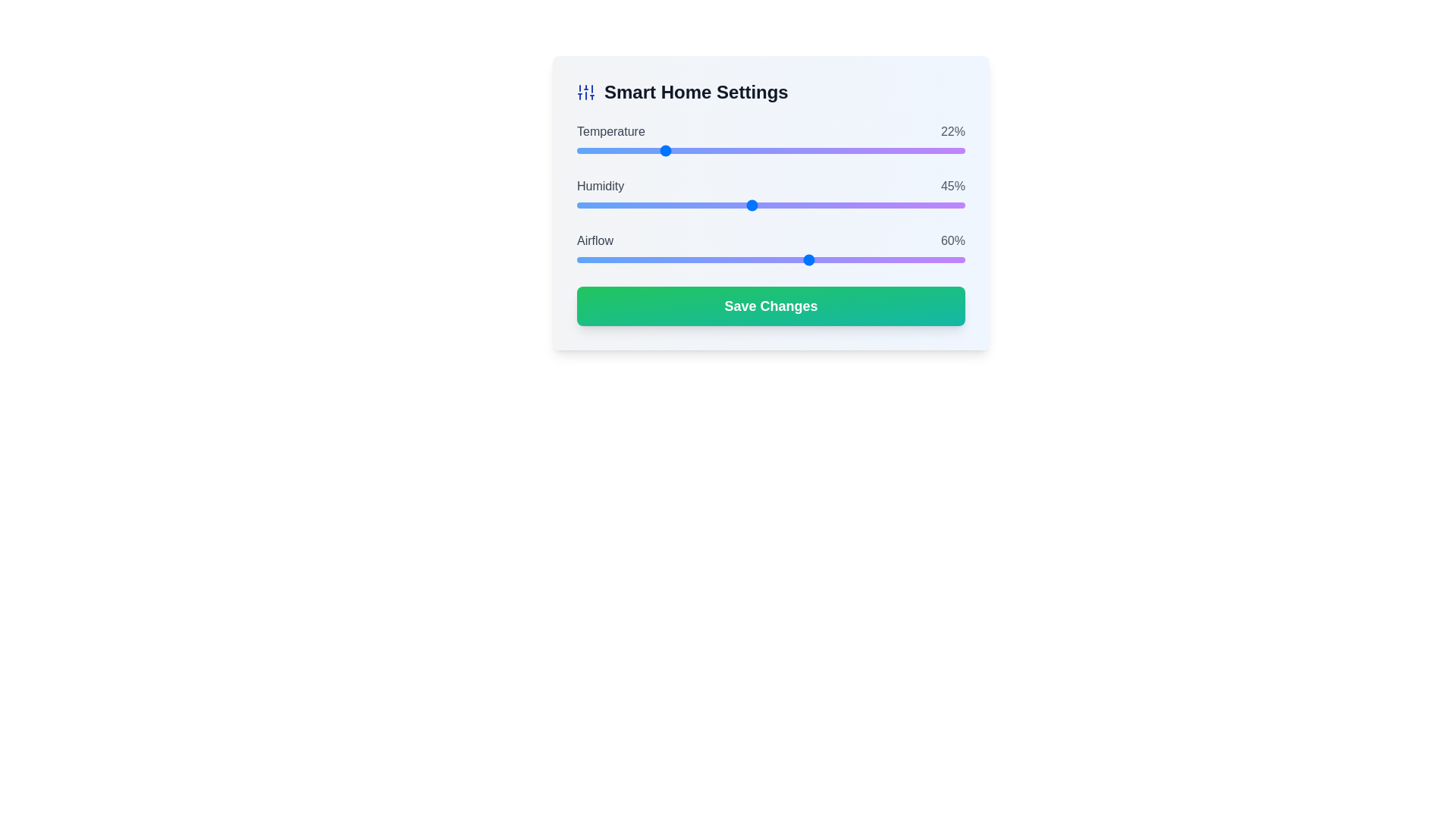  I want to click on the settings icon located at the top left corner of the dialog box, adjacent to the 'Smart Home Settings' title, so click(585, 93).